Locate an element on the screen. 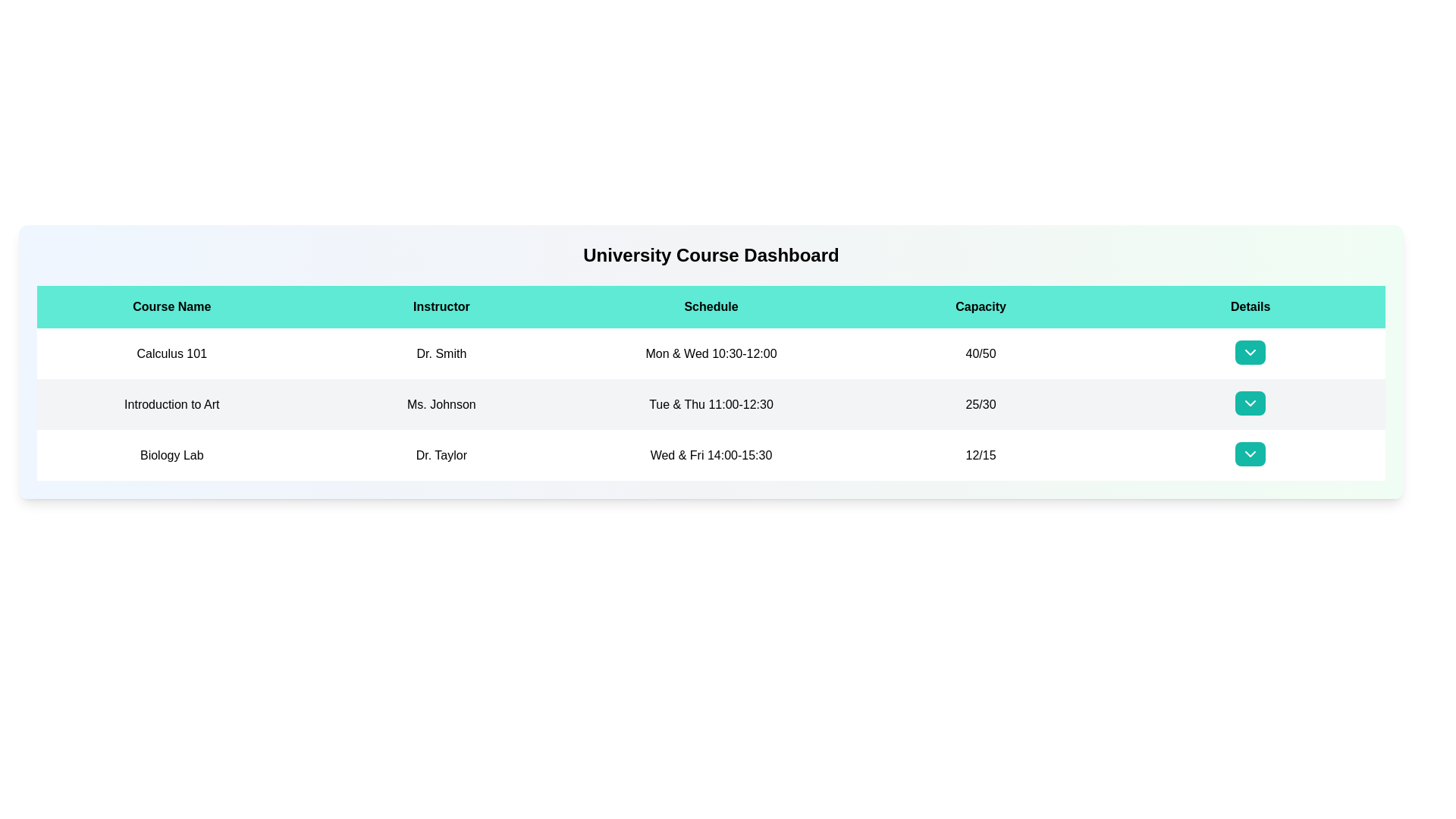  the Dropdown toggle button in the last column of the first row under the 'Details' header is located at coordinates (1250, 353).